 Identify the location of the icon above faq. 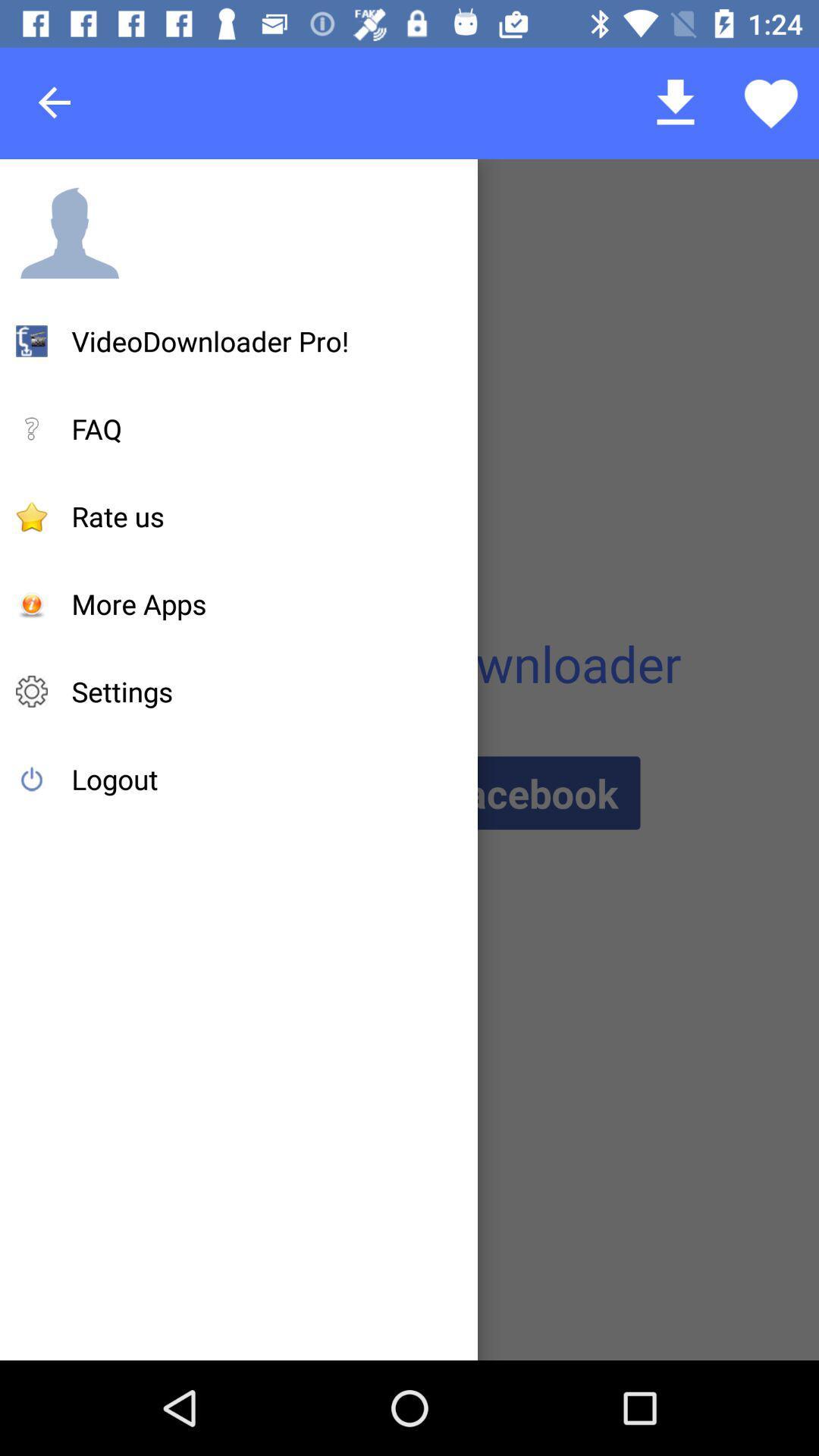
(210, 340).